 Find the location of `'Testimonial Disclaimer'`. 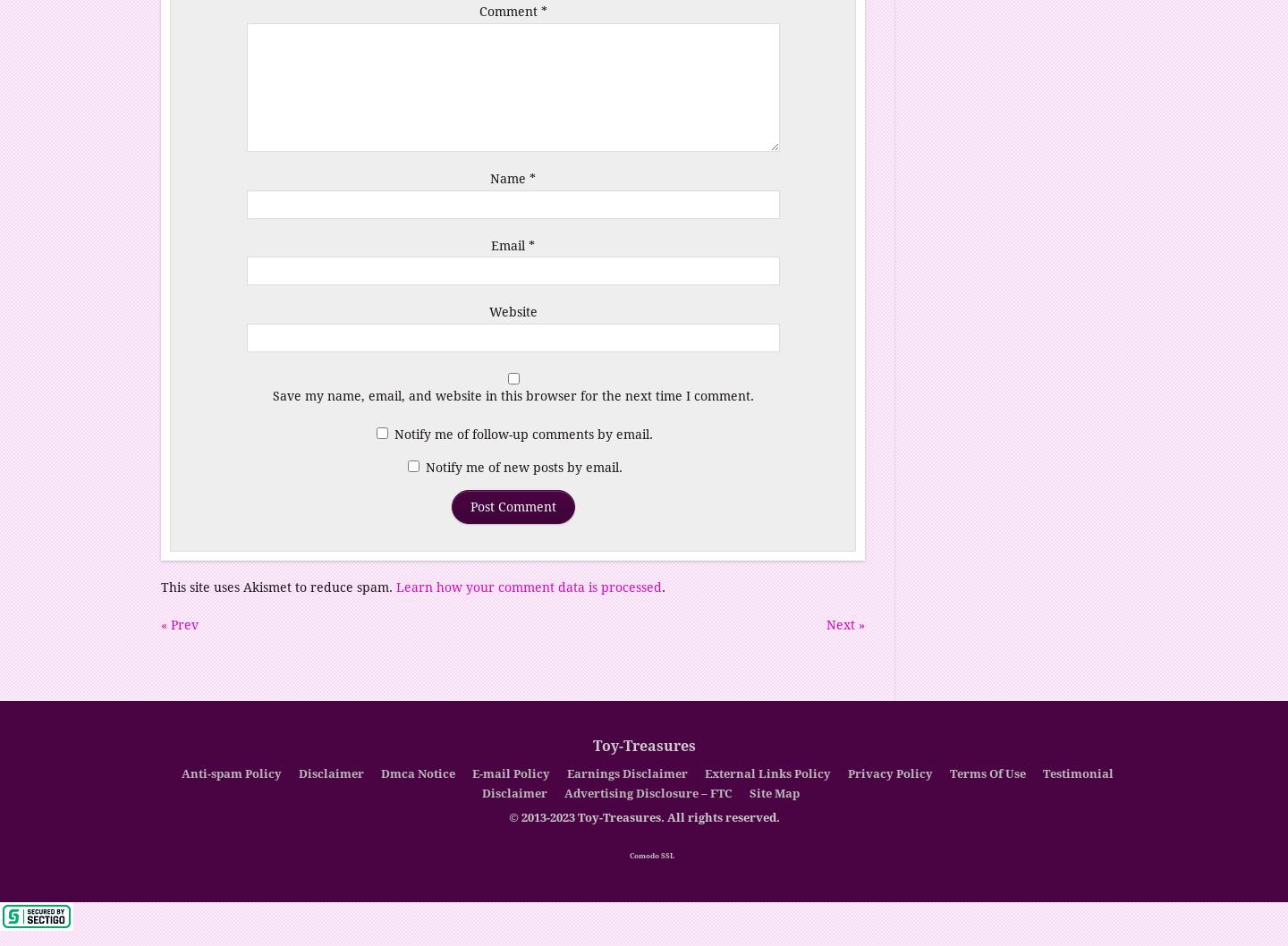

'Testimonial Disclaimer' is located at coordinates (796, 782).